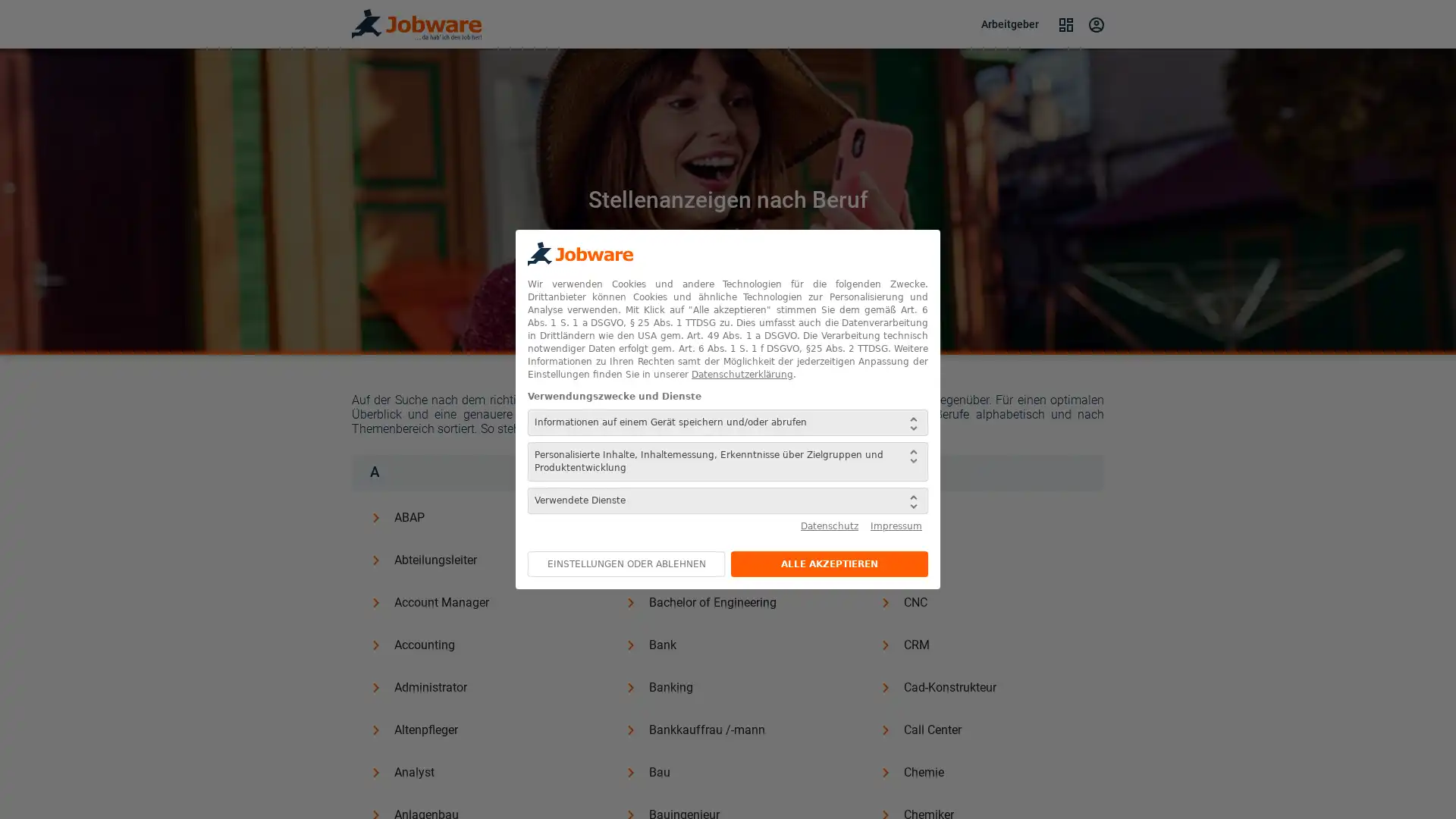  Describe the element at coordinates (626, 564) in the screenshot. I see `EINSTELLUNGEN ODER ABLEHNEN` at that location.